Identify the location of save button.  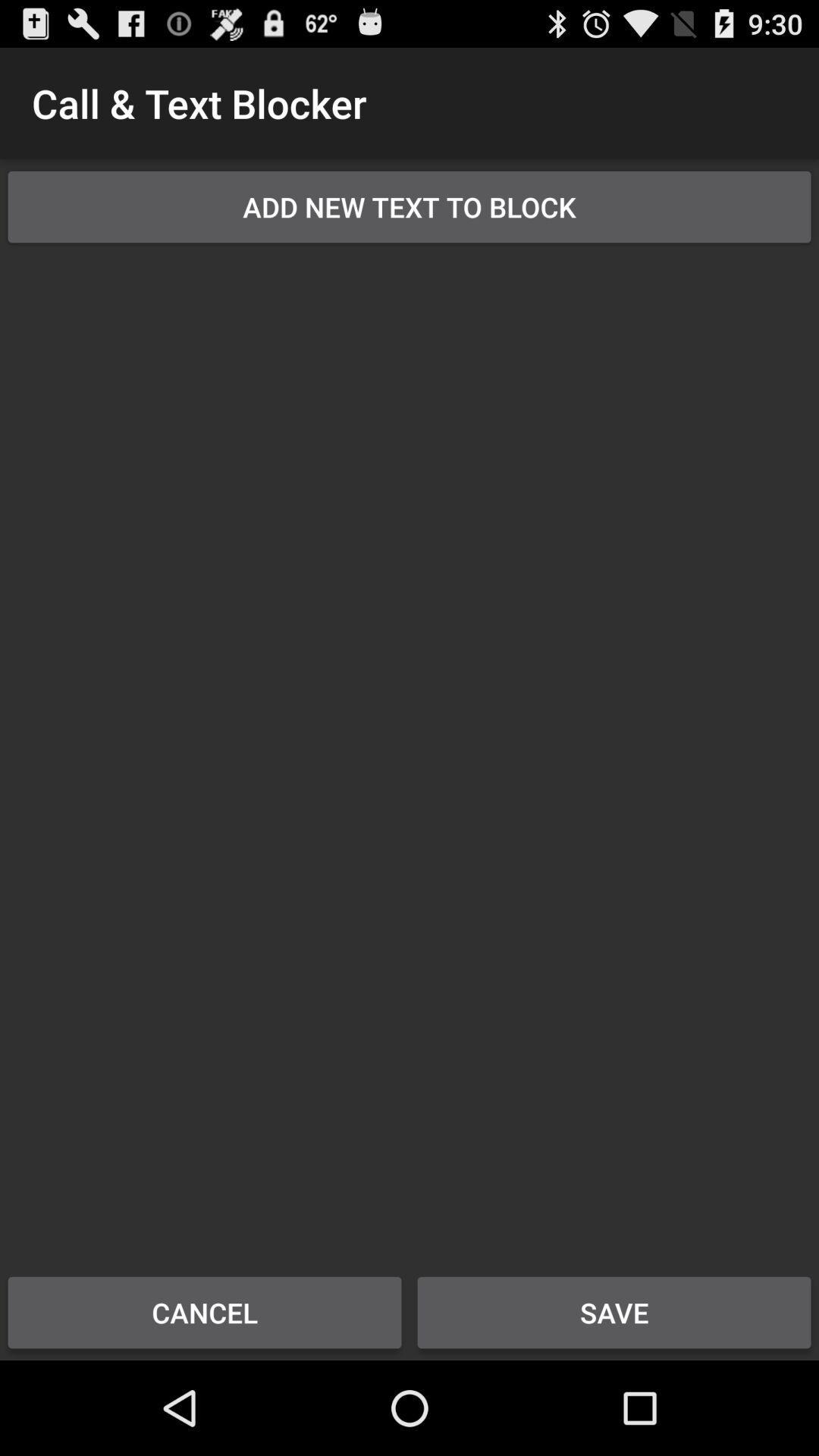
(614, 1312).